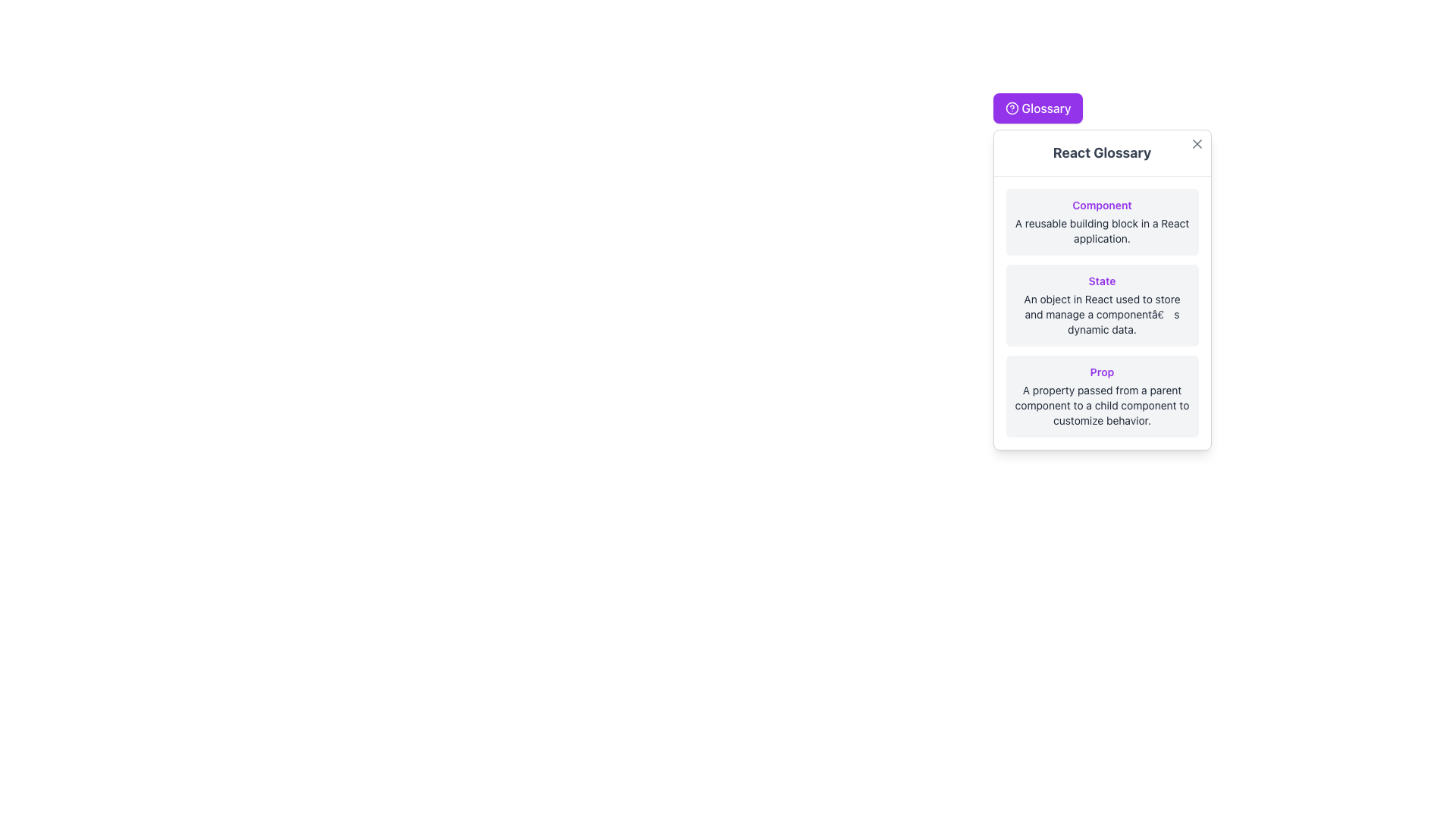  Describe the element at coordinates (1102, 305) in the screenshot. I see `the second Informative Card in the glossary section, which has a light gray background, rounded corners, and contains the heading 'State' in bold purple text` at that location.